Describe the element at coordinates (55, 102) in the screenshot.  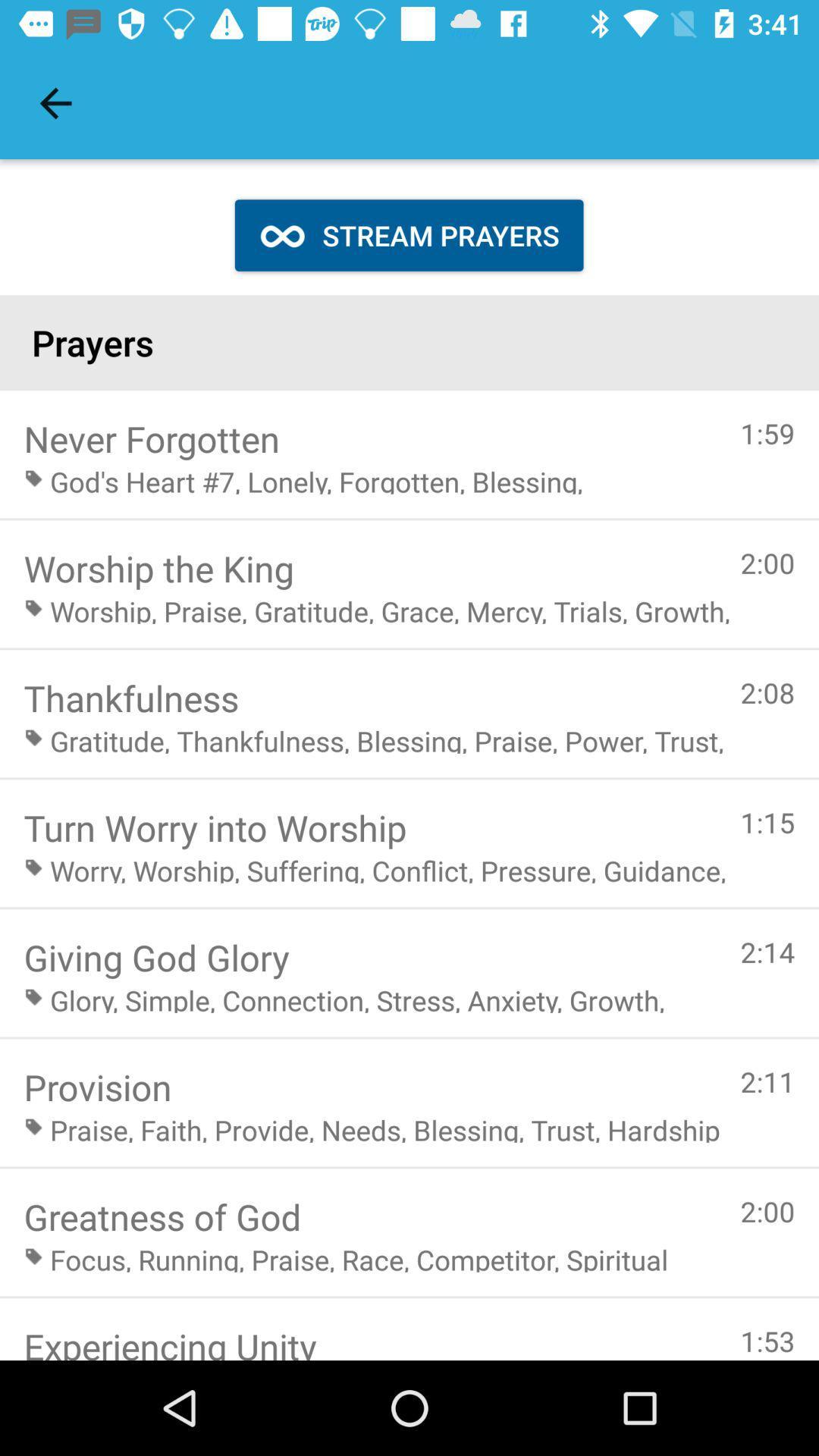
I see `the icon above prayers` at that location.